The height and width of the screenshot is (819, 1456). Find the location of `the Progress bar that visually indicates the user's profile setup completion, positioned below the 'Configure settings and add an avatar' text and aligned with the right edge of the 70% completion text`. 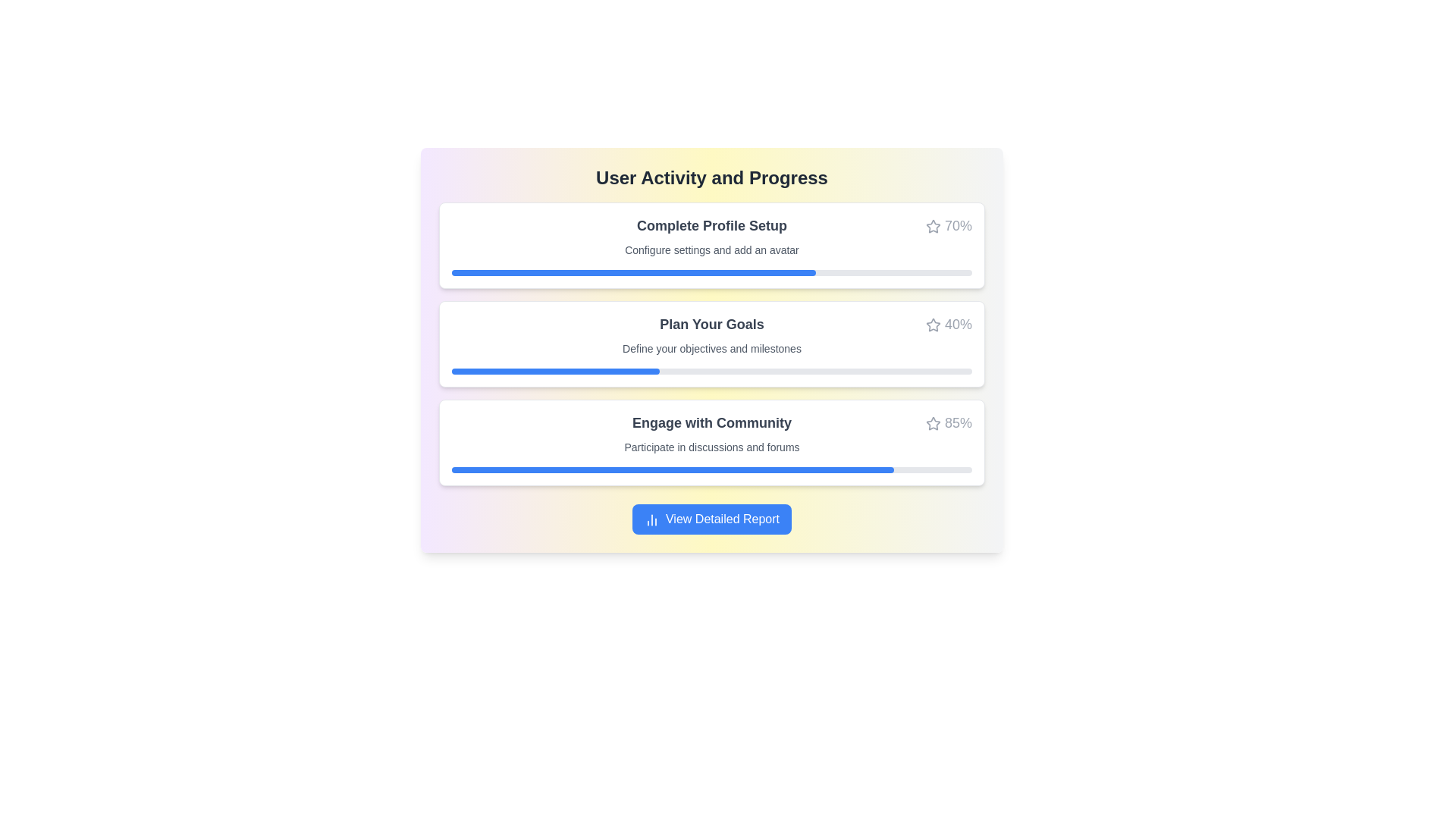

the Progress bar that visually indicates the user's profile setup completion, positioned below the 'Configure settings and add an avatar' text and aligned with the right edge of the 70% completion text is located at coordinates (711, 271).